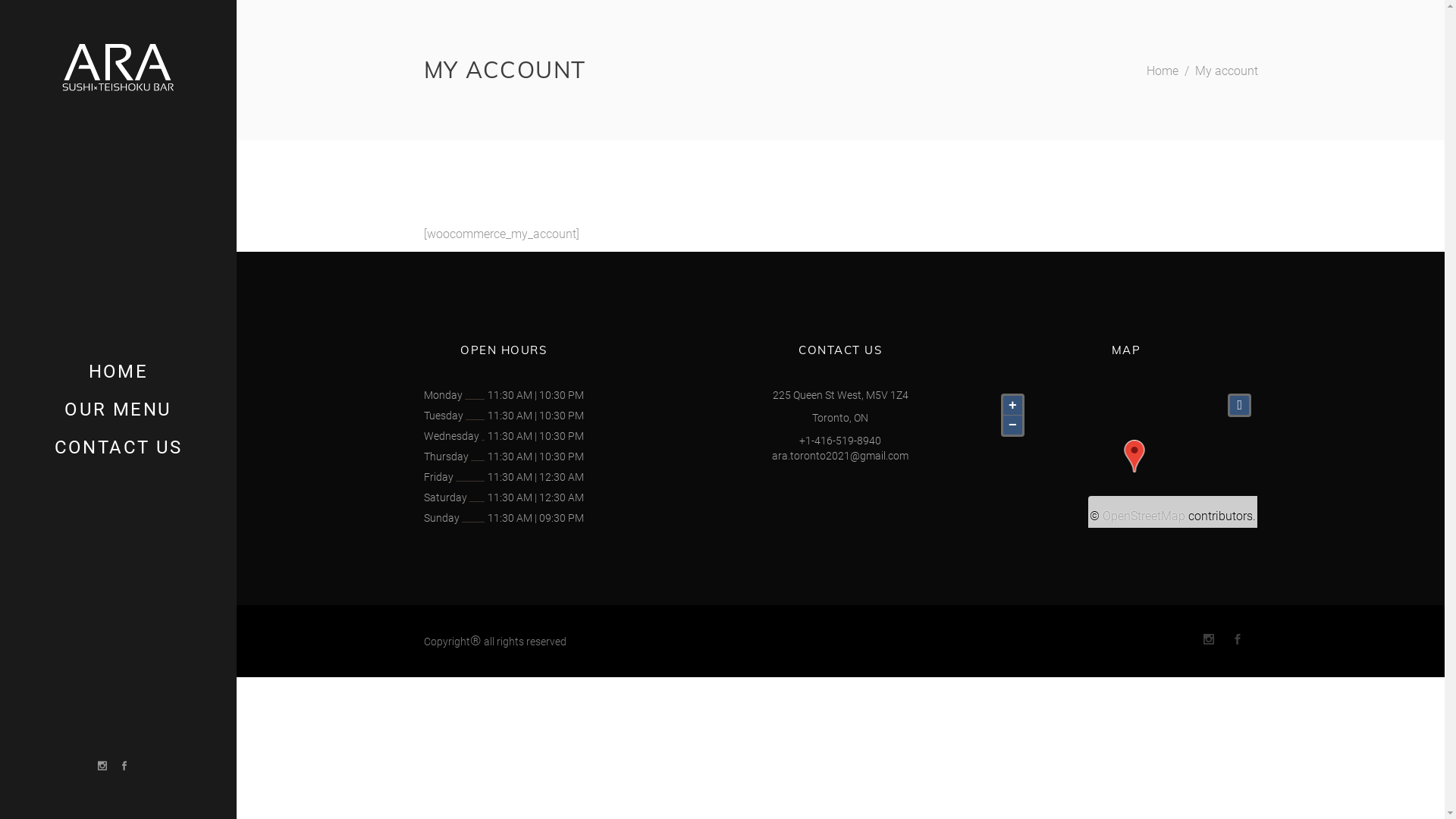  Describe the element at coordinates (118, 409) in the screenshot. I see `'OUR MENU'` at that location.